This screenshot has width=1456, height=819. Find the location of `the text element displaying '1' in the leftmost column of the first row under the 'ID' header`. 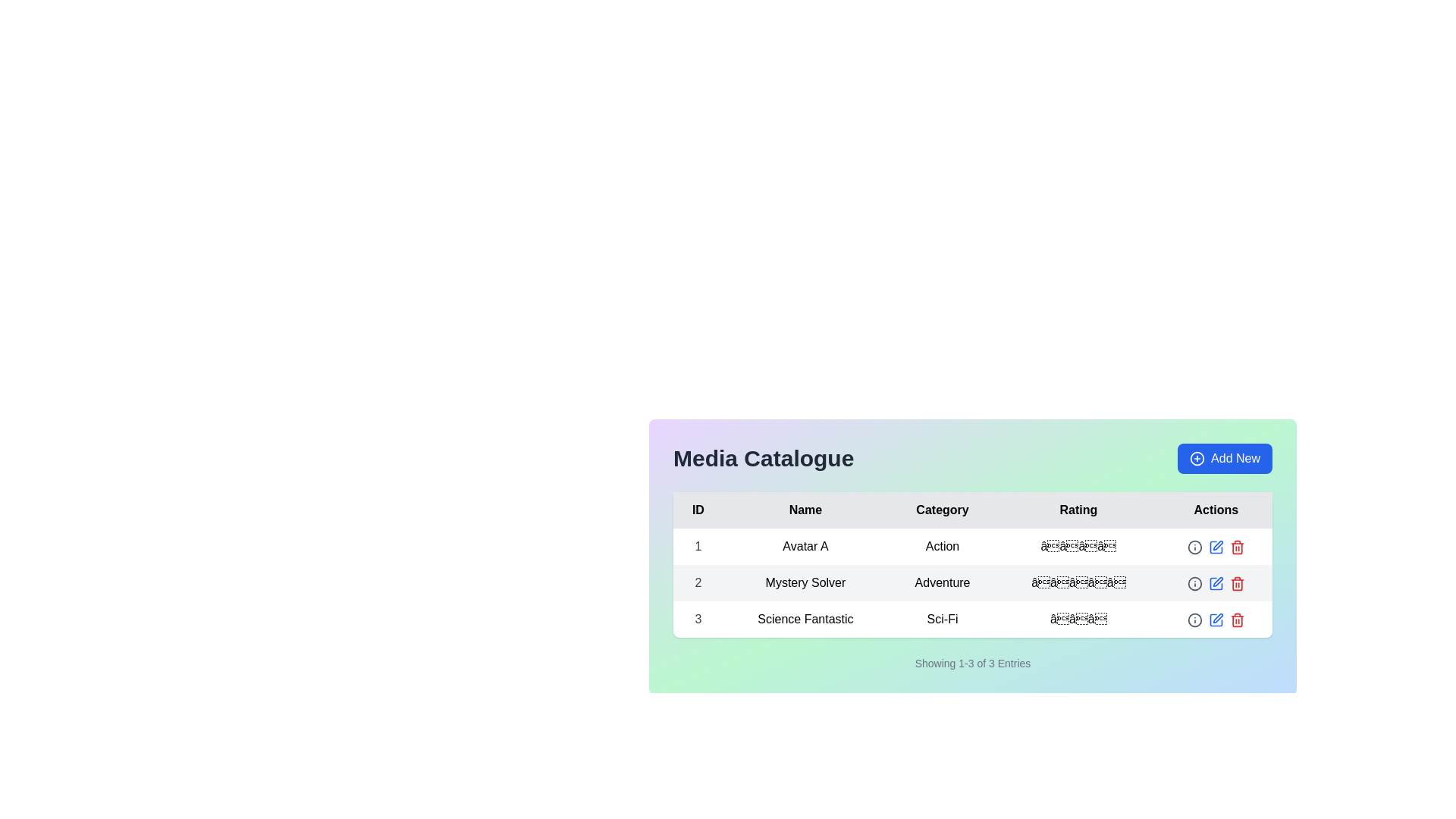

the text element displaying '1' in the leftmost column of the first row under the 'ID' header is located at coordinates (698, 547).